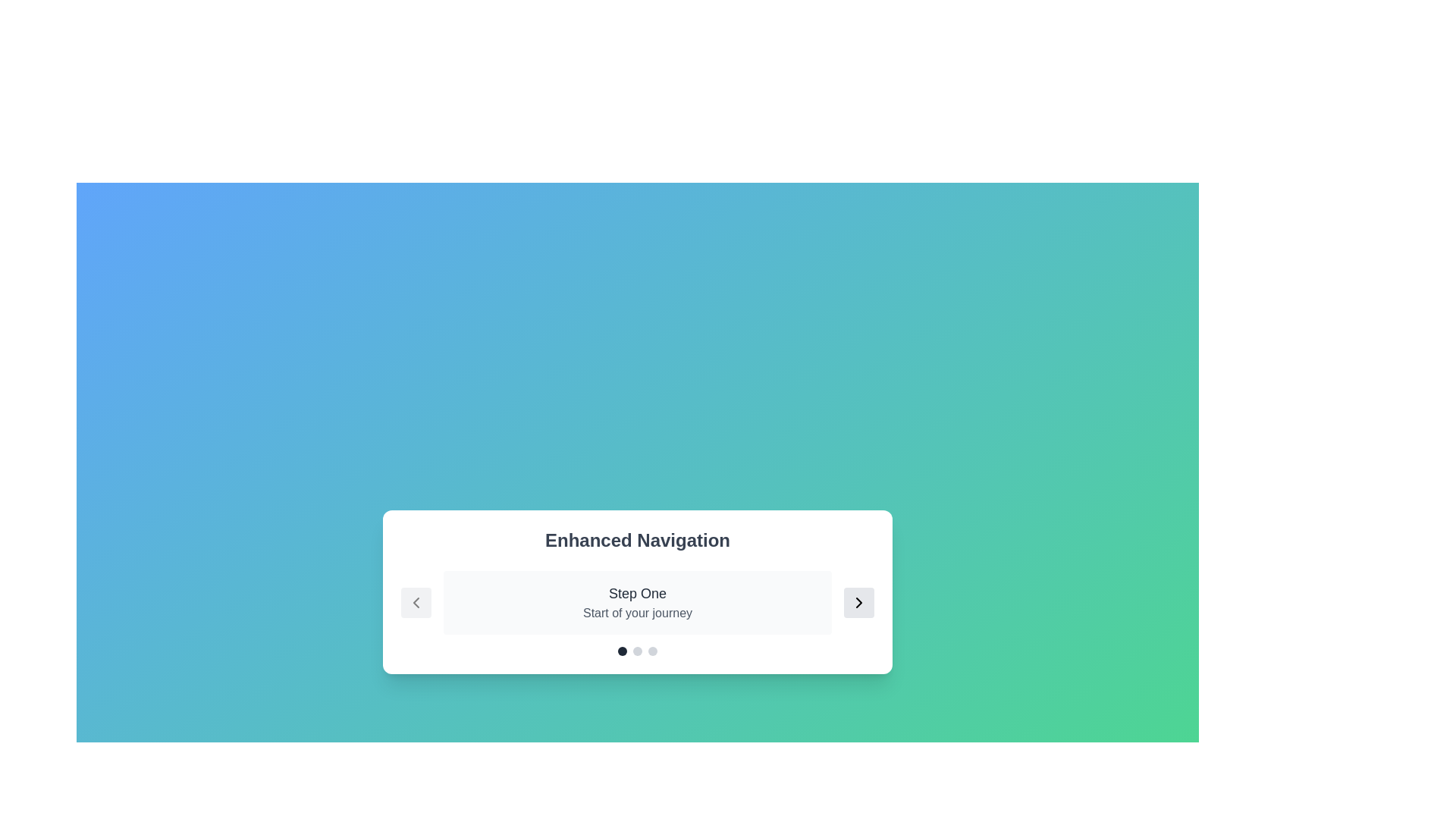  What do you see at coordinates (416, 601) in the screenshot?
I see `the left arrow button to navigate to the previous step` at bounding box center [416, 601].